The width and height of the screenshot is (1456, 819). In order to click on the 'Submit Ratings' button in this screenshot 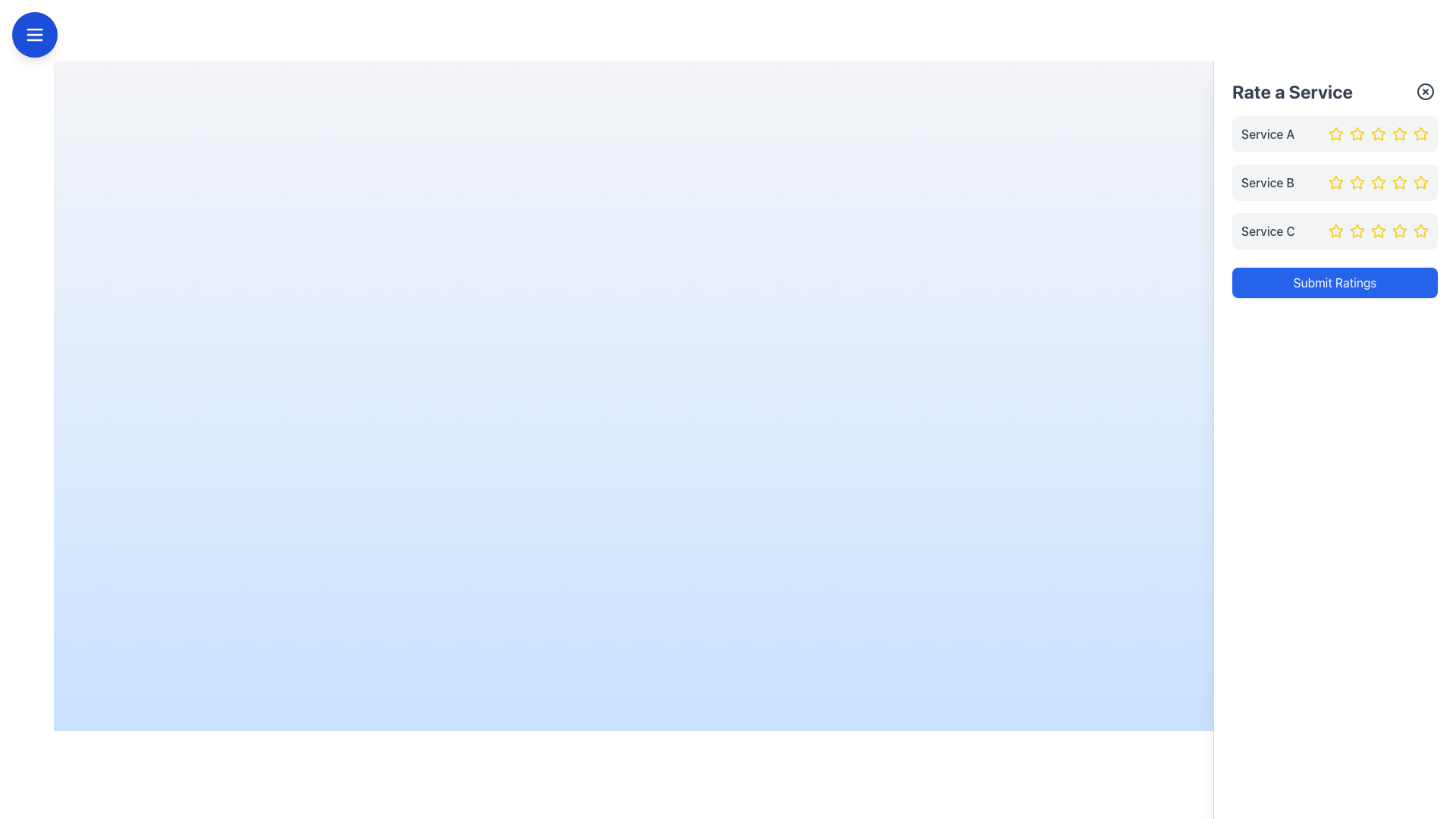, I will do `click(1335, 283)`.